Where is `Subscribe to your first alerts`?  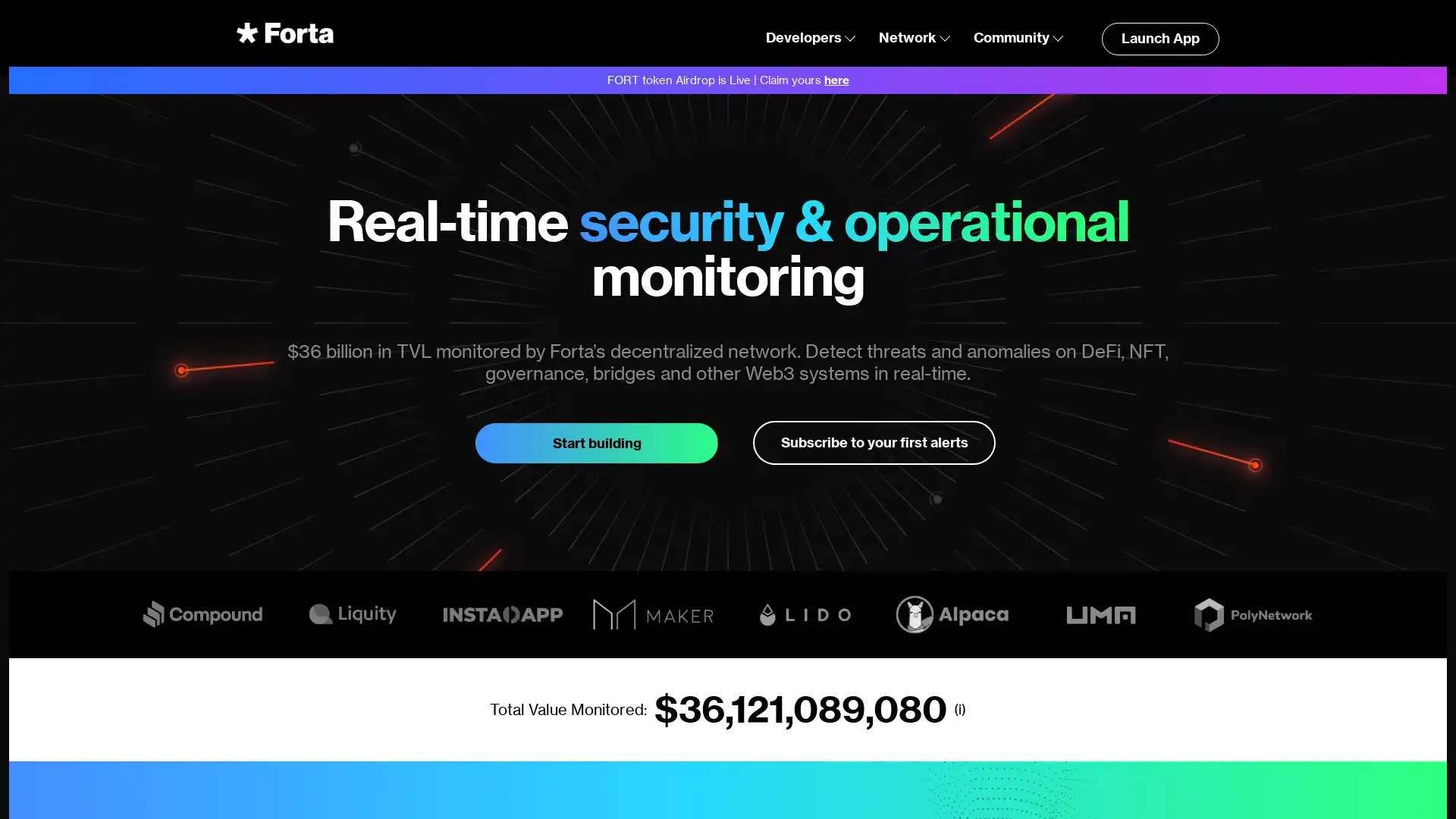 Subscribe to your first alerts is located at coordinates (874, 442).